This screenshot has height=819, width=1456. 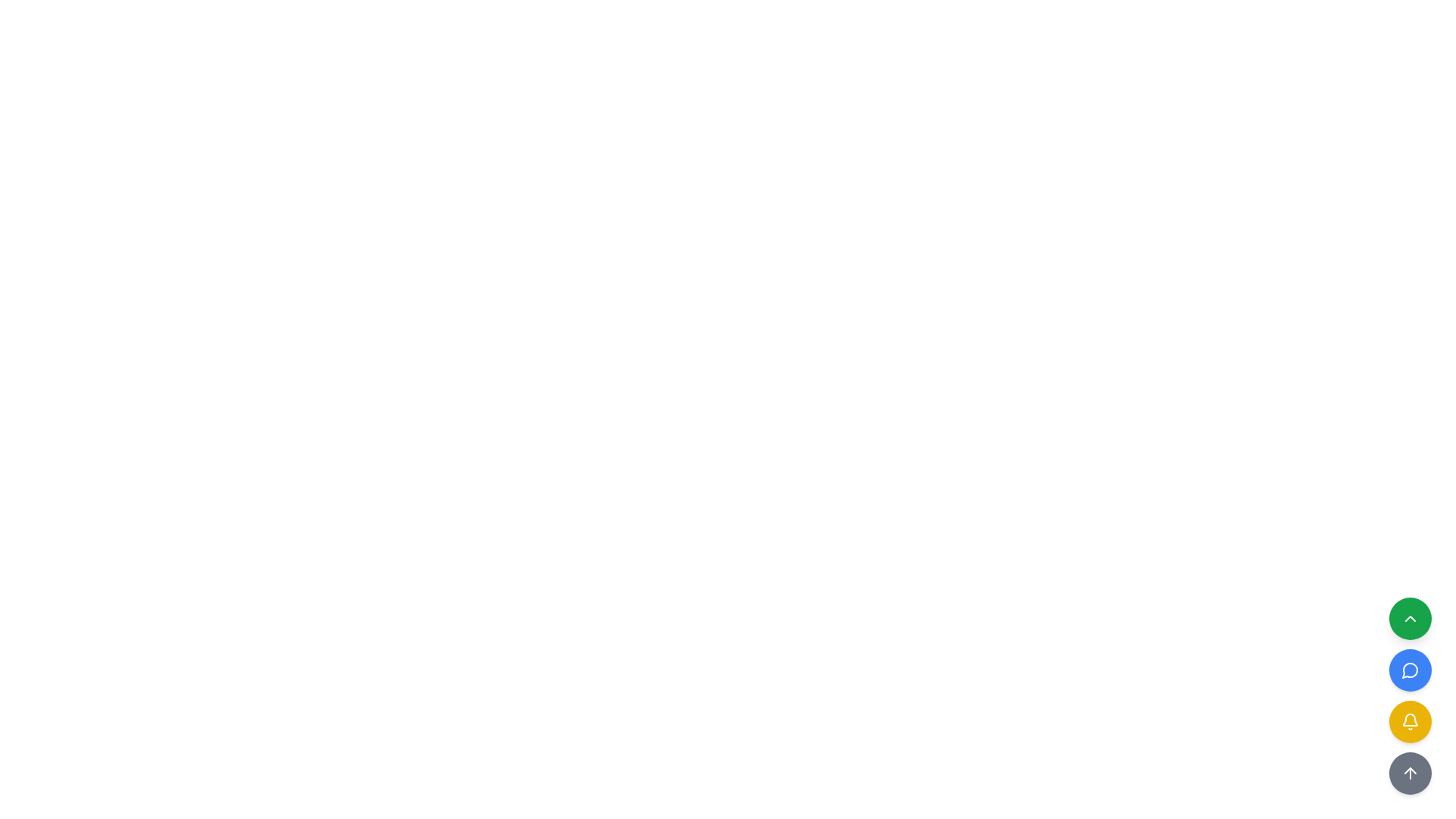 I want to click on the 'scroll to top' button with an arrow icon located centrally within a circular button at the bottom-right of the interface to quickly navigate to the top of the page, so click(x=1410, y=773).